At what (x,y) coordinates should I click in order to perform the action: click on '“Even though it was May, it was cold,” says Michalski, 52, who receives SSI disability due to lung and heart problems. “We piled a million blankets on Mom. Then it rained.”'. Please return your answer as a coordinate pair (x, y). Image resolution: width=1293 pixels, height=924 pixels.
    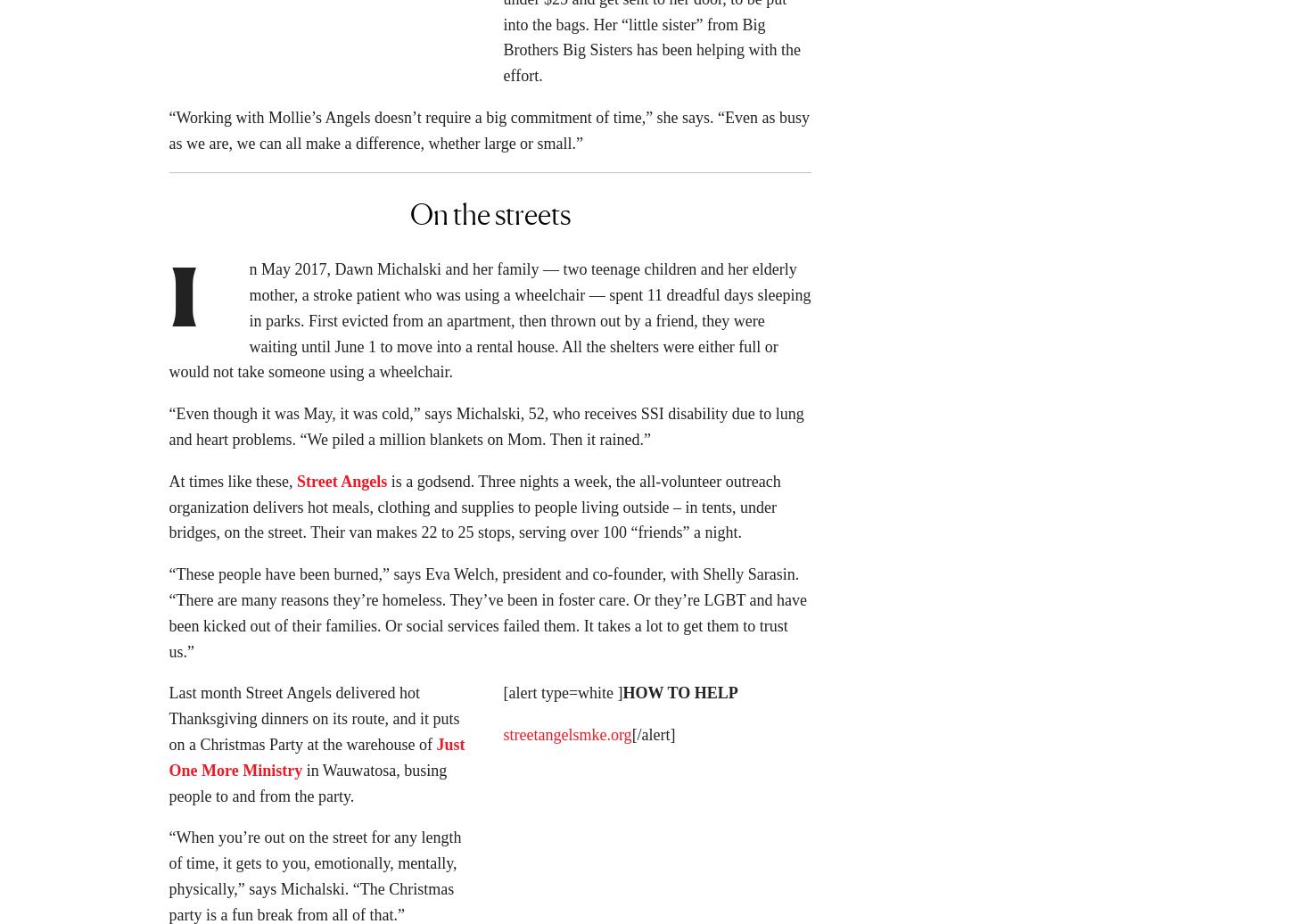
    Looking at the image, I should click on (486, 432).